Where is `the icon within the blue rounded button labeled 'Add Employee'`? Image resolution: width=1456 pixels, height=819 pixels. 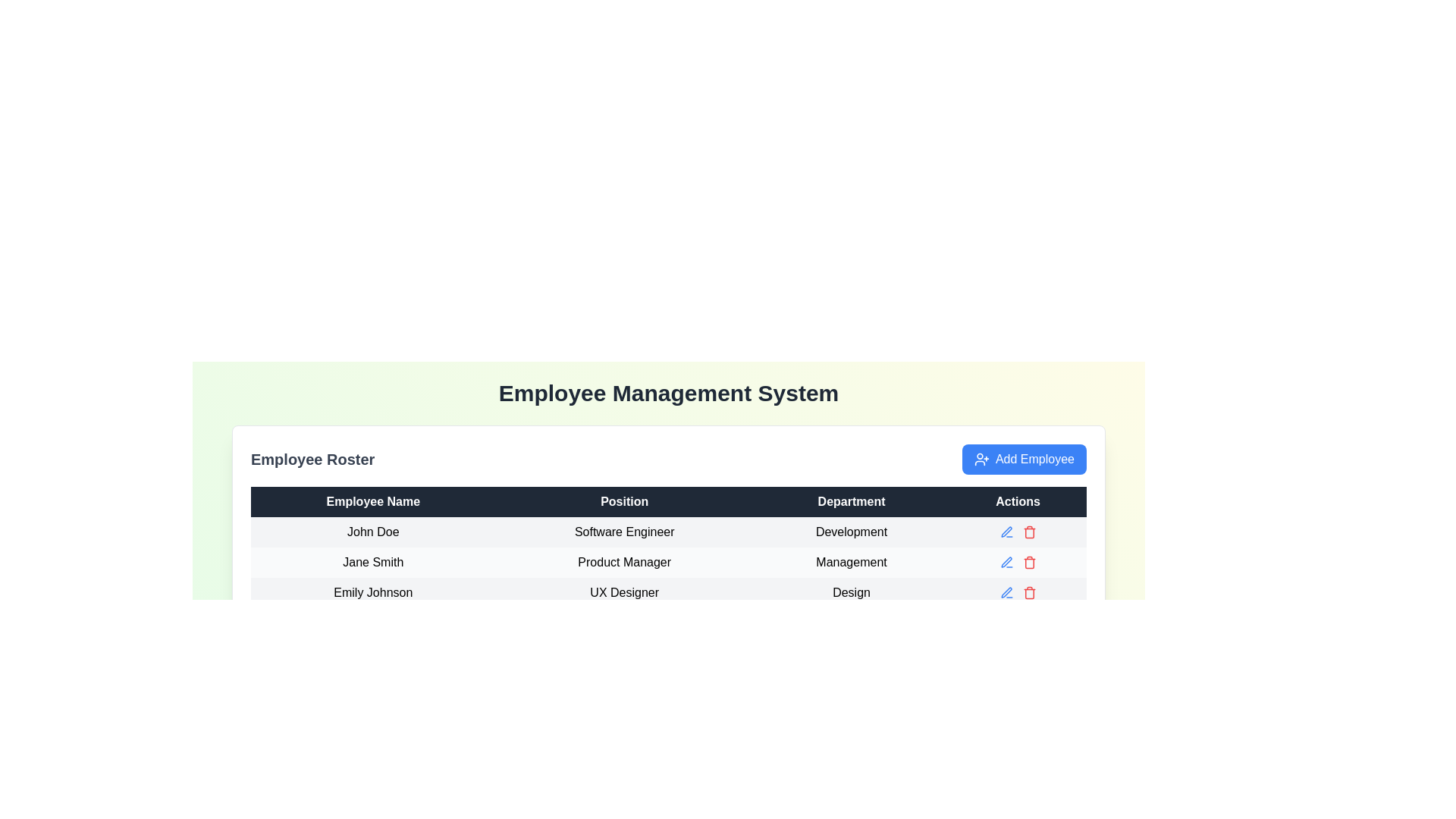 the icon within the blue rounded button labeled 'Add Employee' is located at coordinates (981, 458).